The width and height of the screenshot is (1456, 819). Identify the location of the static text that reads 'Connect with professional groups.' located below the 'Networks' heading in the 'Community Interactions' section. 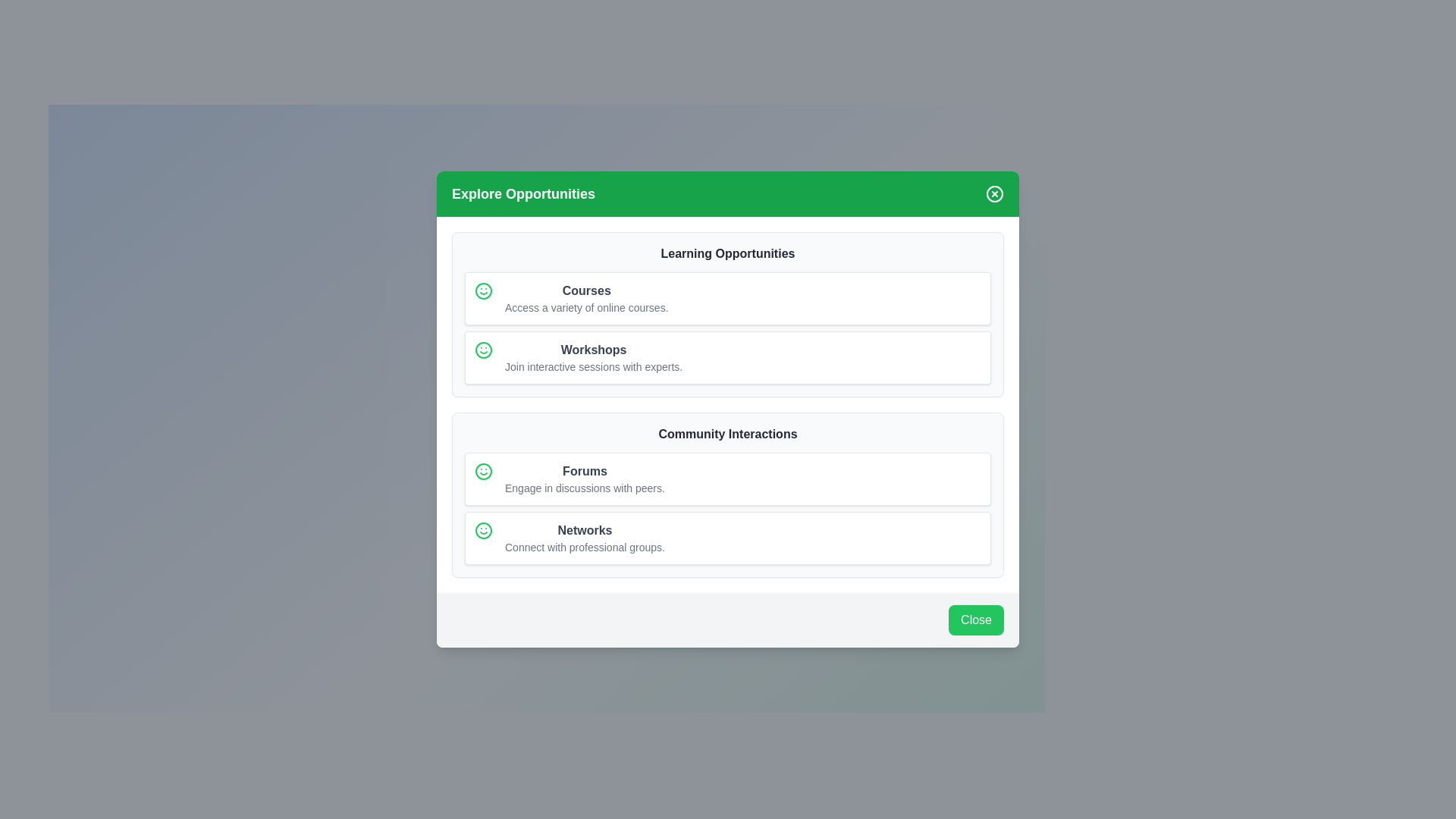
(584, 547).